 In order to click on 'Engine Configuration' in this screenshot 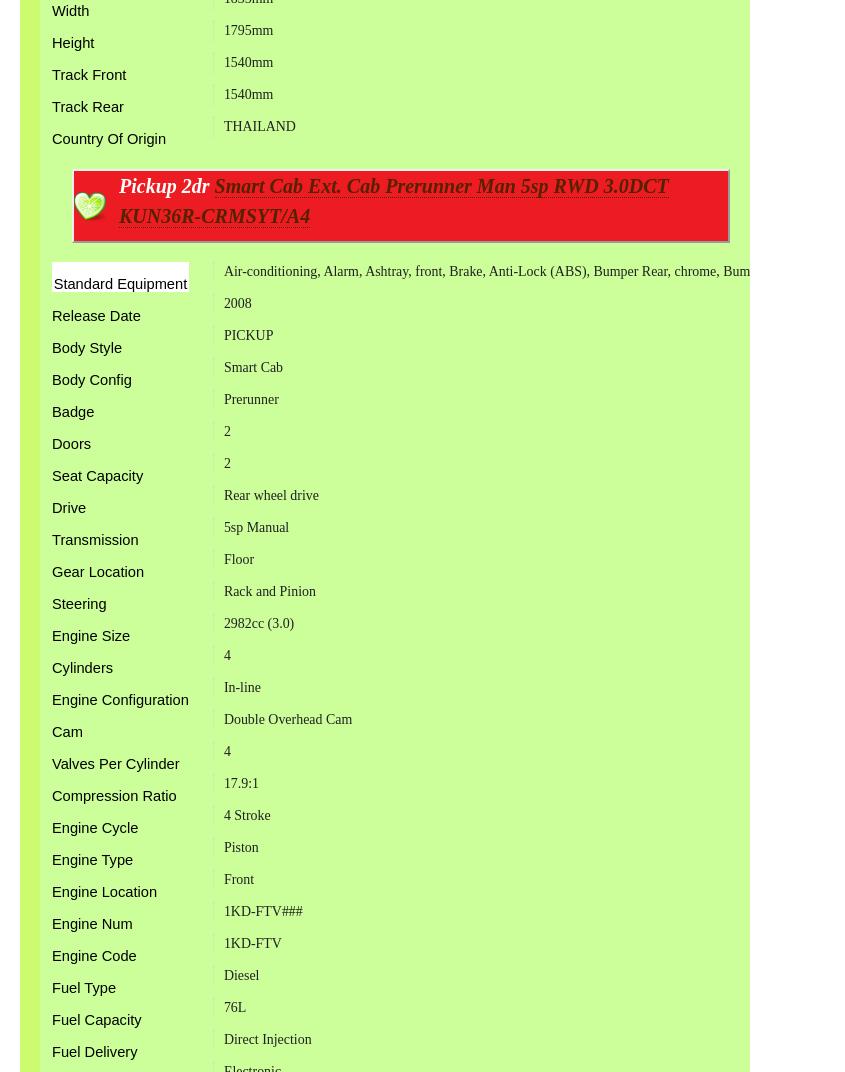, I will do `click(119, 699)`.